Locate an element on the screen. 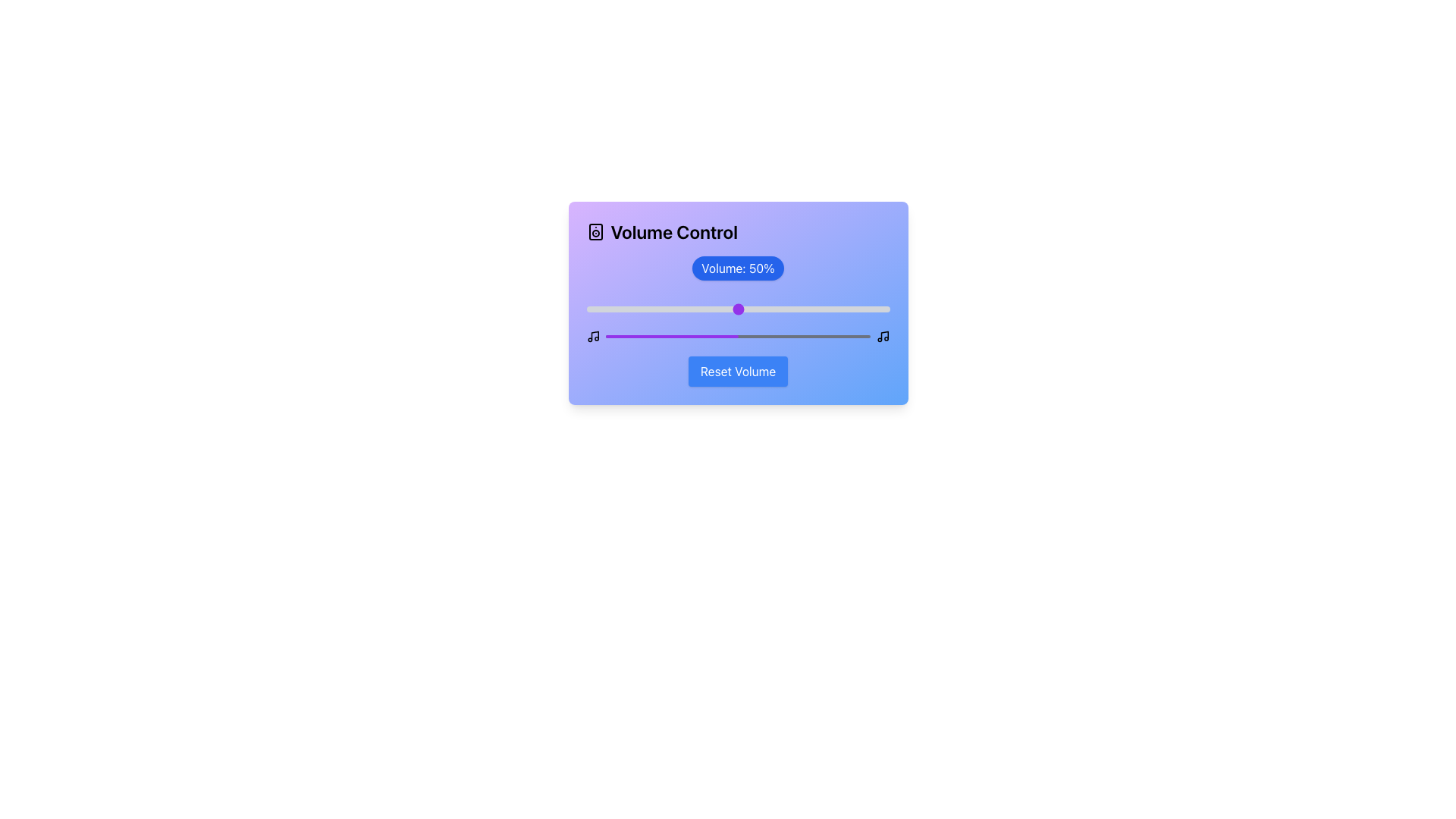  the SVG Rectangle with rounded corners that is part of the speaker-style icon next to the 'Volume Control' title is located at coordinates (595, 231).